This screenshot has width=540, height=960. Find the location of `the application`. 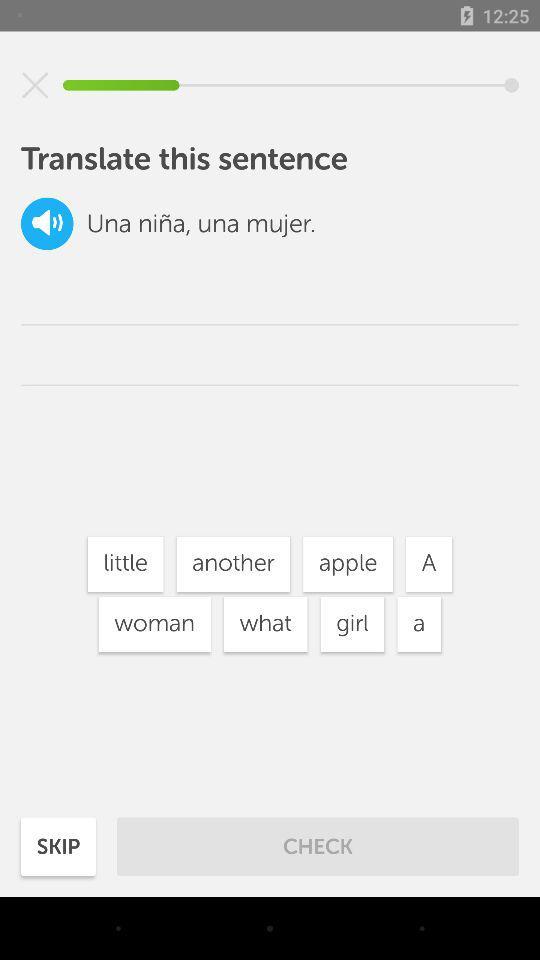

the application is located at coordinates (35, 85).